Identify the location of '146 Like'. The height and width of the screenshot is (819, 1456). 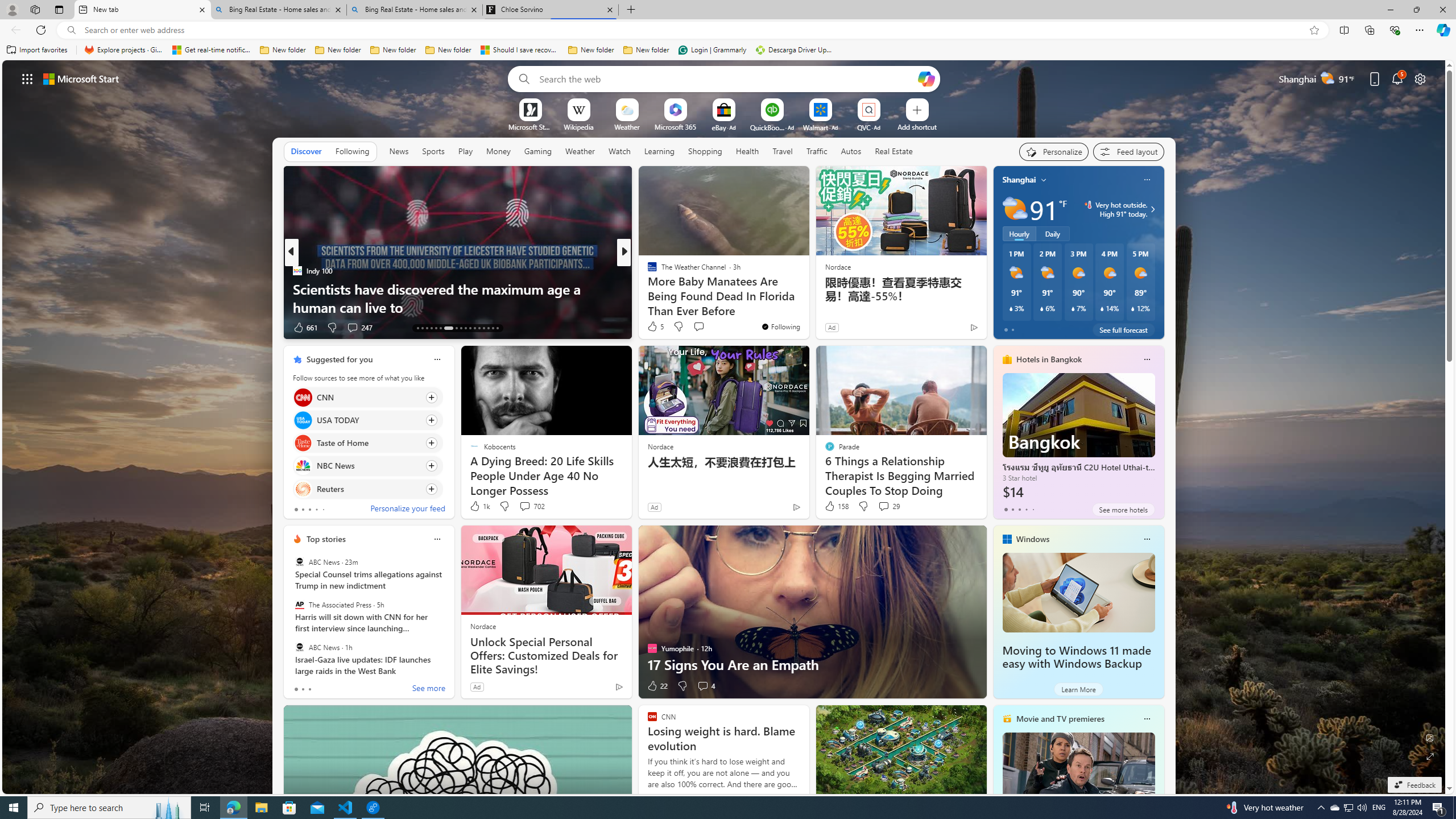
(655, 327).